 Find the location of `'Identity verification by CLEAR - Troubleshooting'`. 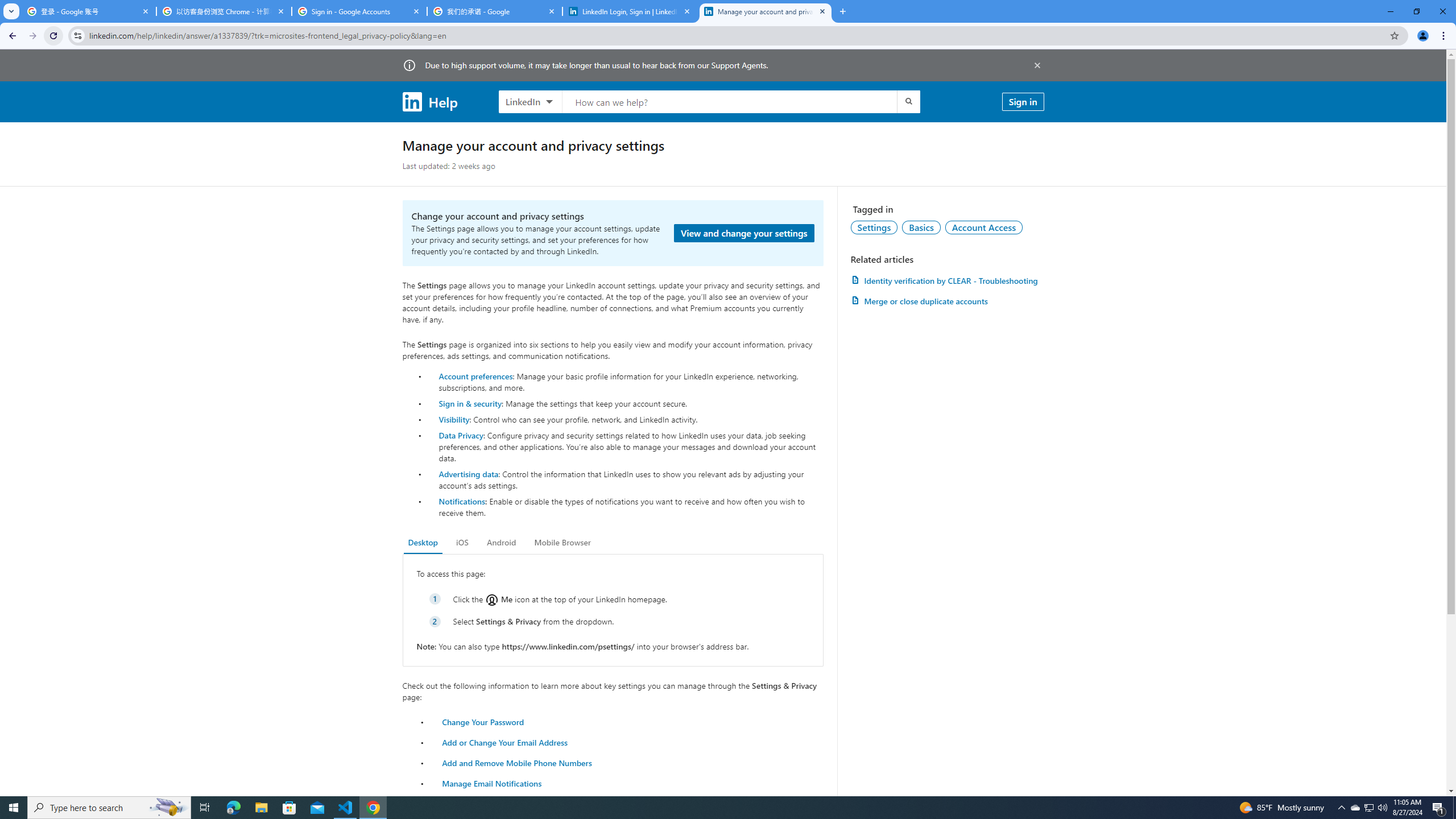

'Identity verification by CLEAR - Troubleshooting' is located at coordinates (946, 280).